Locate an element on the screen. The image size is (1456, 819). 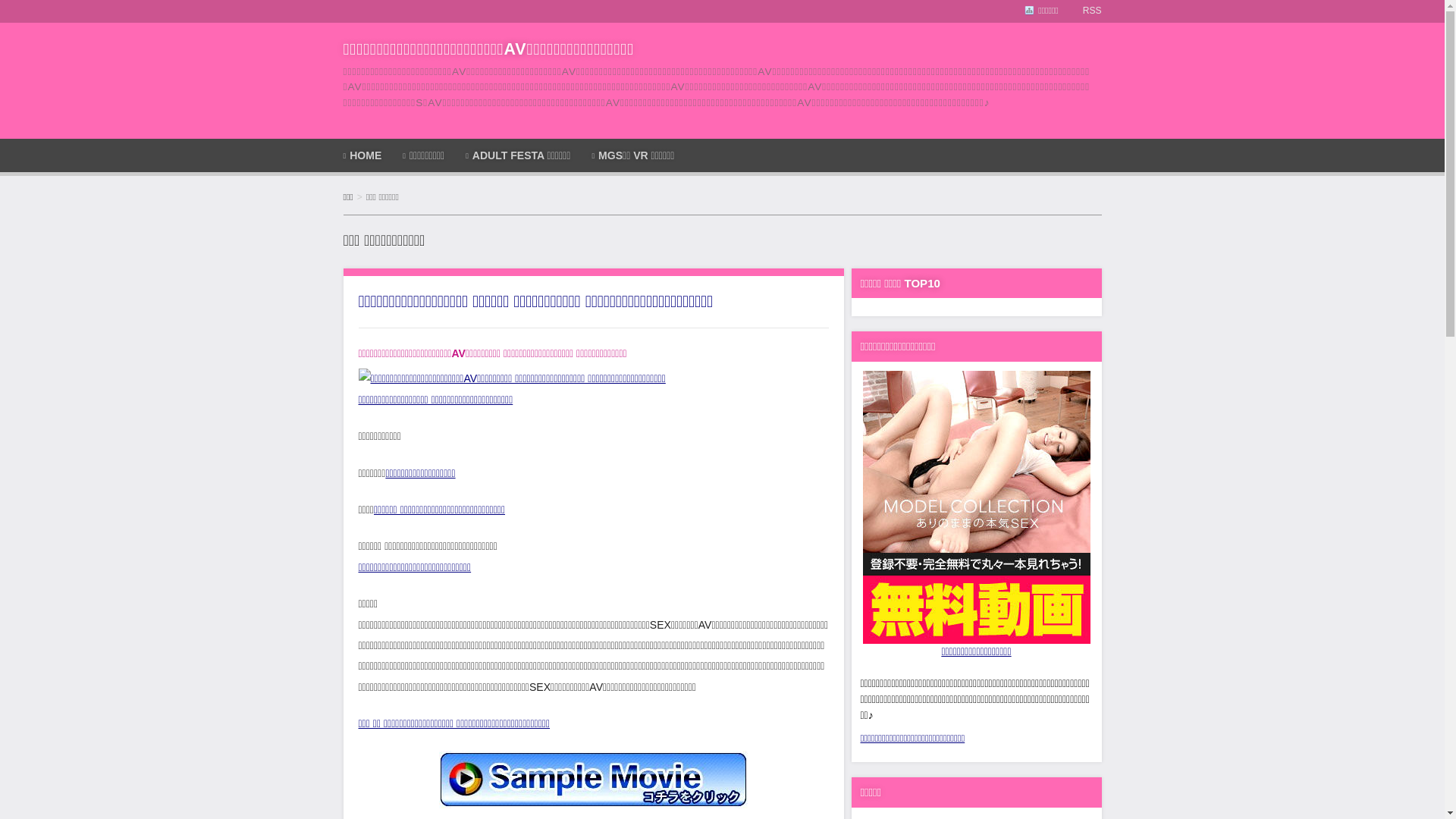
'HOME' is located at coordinates (365, 155).